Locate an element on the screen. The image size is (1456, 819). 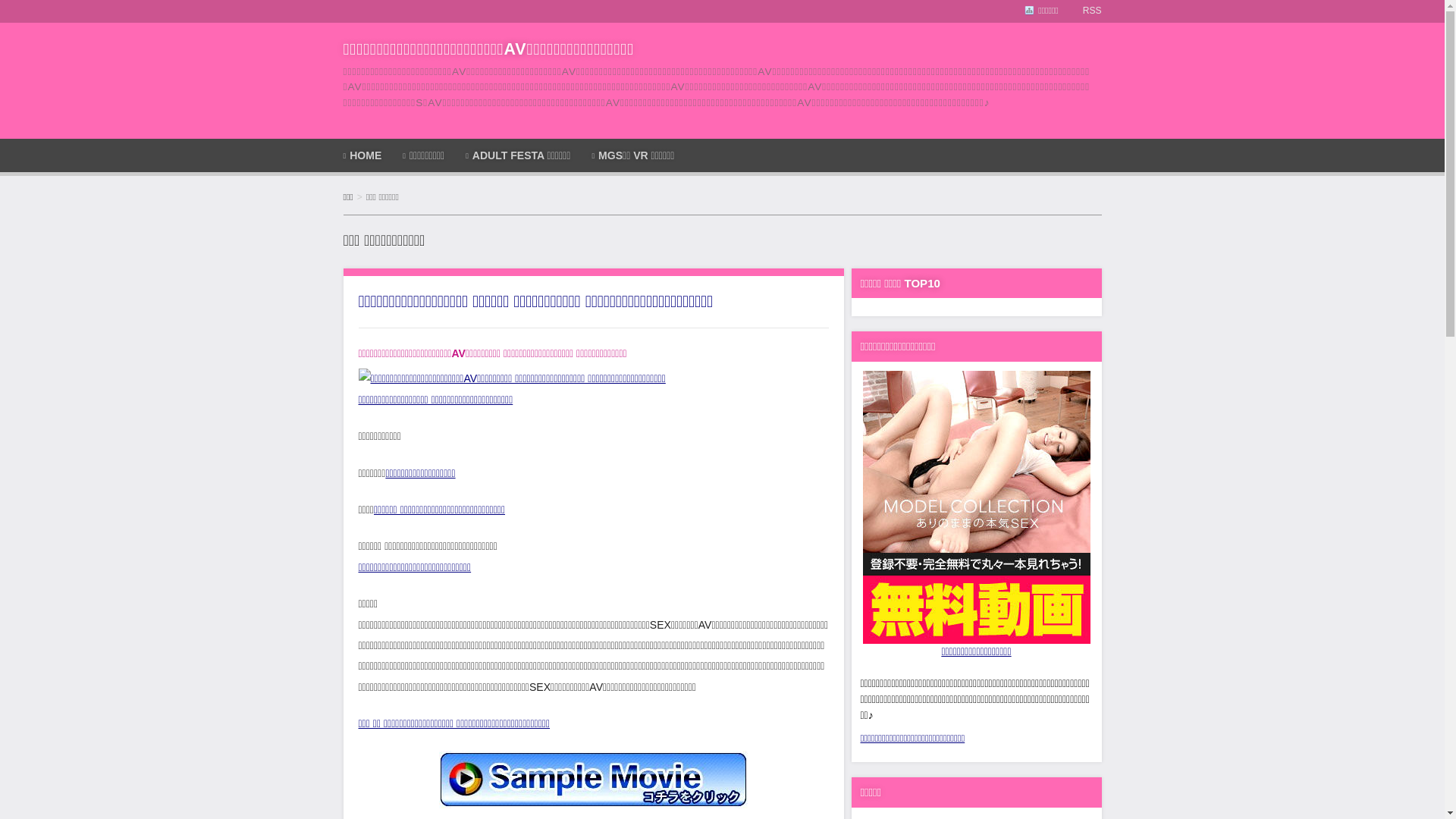
'HOME' is located at coordinates (365, 155).